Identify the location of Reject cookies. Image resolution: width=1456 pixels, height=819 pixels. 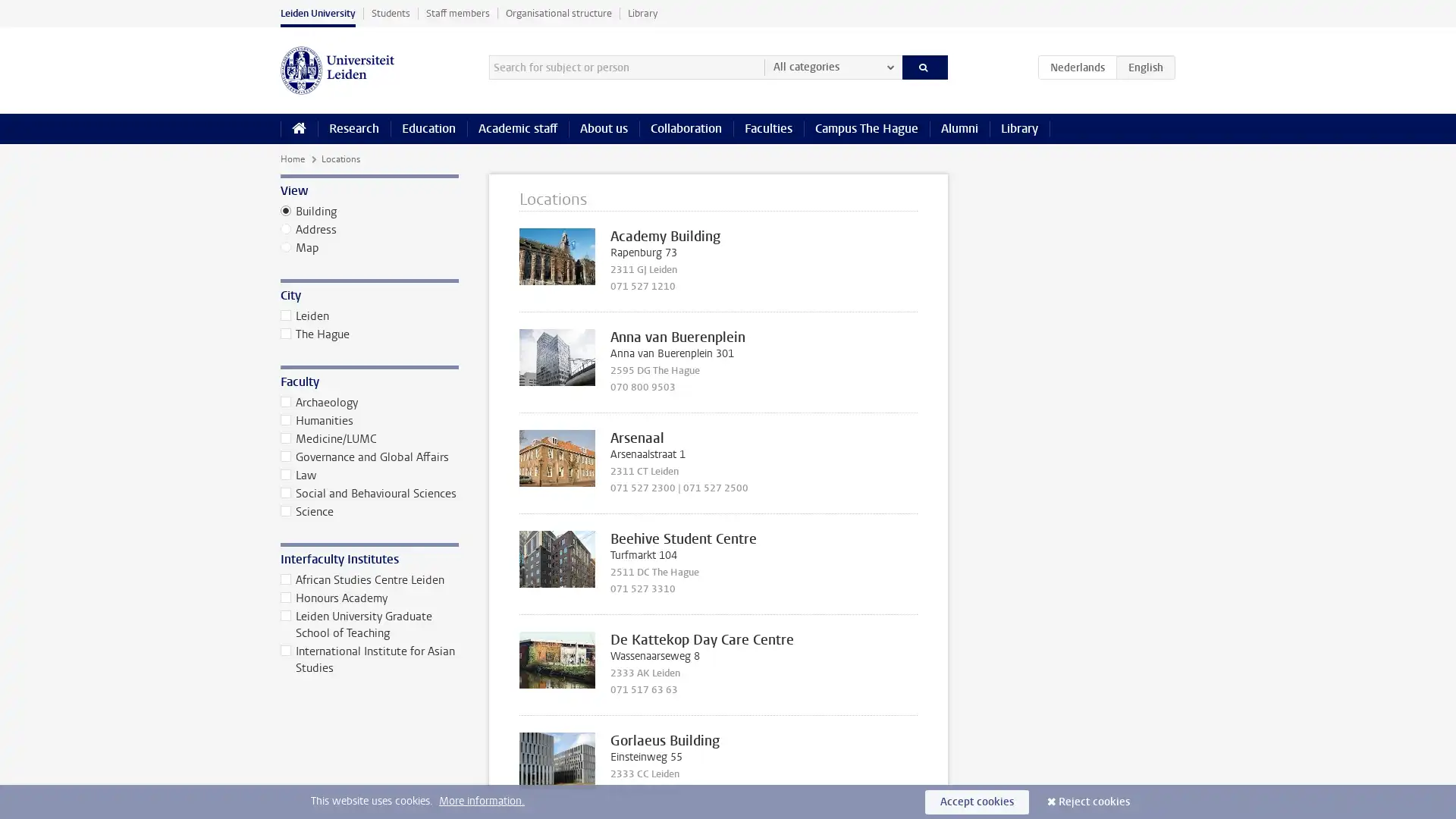
(1094, 801).